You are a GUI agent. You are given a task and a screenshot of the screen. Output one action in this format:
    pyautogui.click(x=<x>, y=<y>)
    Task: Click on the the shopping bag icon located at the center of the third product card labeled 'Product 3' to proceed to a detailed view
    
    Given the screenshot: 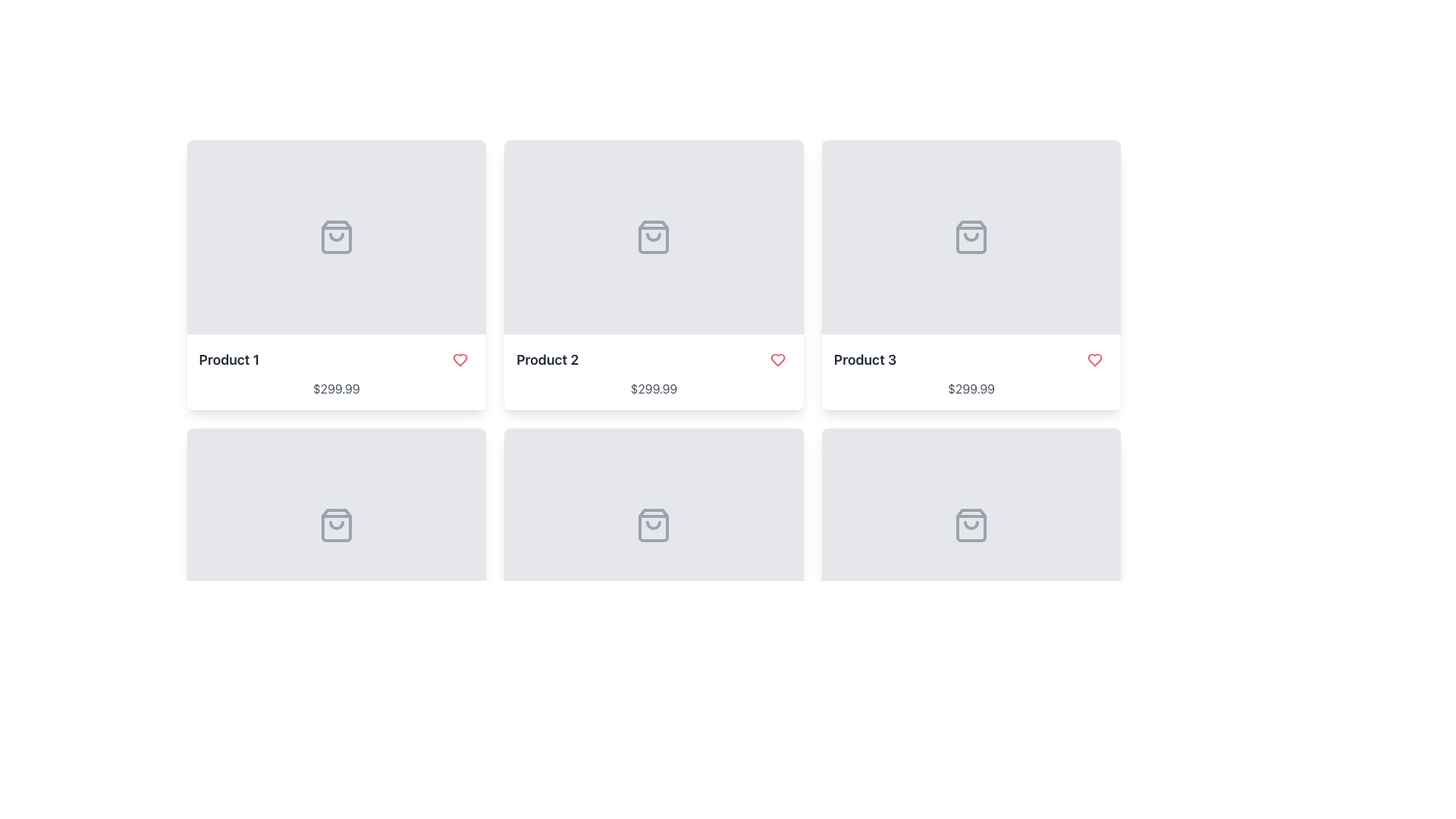 What is the action you would take?
    pyautogui.click(x=971, y=237)
    